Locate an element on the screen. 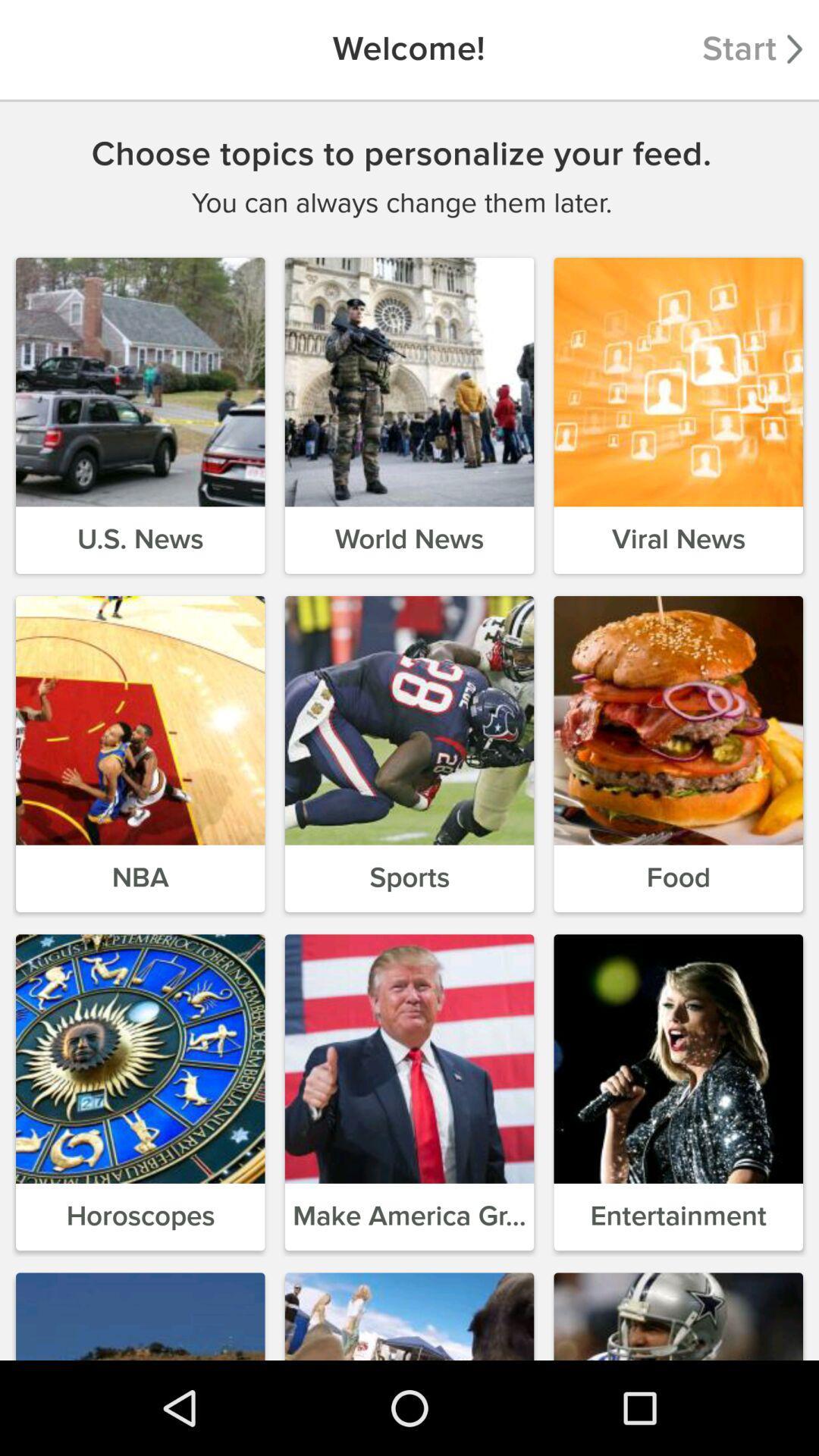  the ninth image is located at coordinates (677, 1058).